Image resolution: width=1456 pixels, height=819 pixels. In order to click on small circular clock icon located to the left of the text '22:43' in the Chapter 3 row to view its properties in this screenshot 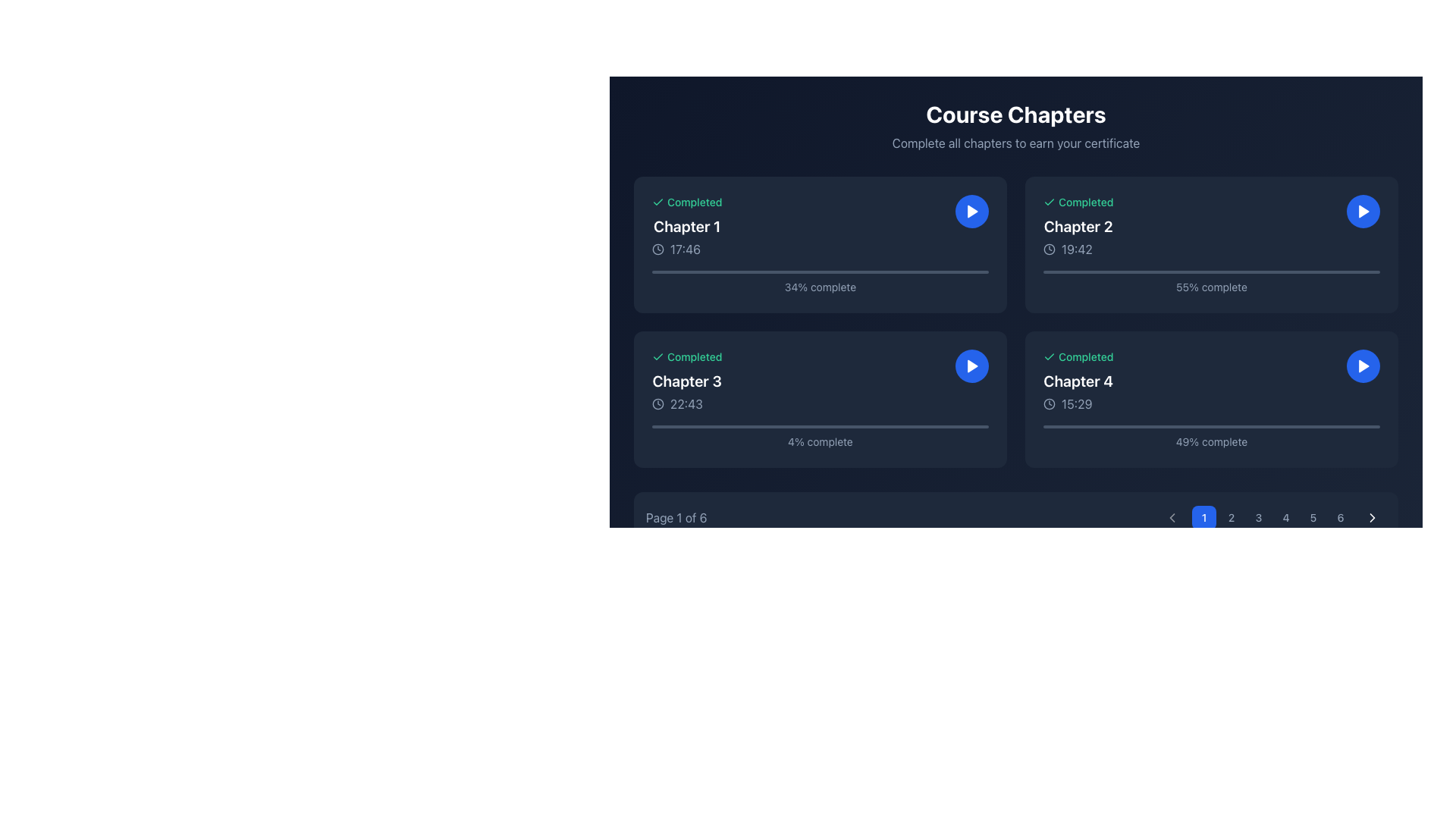, I will do `click(658, 403)`.